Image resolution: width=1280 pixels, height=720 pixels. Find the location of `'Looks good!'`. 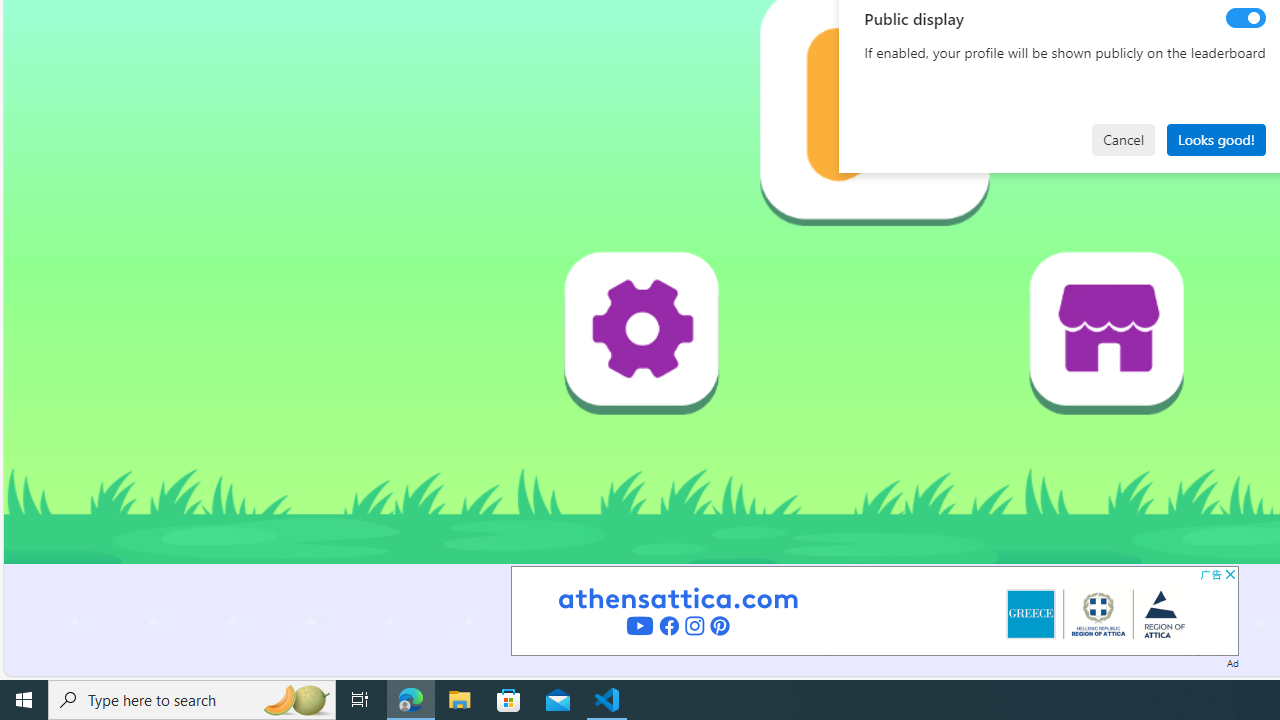

'Looks good!' is located at coordinates (1215, 138).